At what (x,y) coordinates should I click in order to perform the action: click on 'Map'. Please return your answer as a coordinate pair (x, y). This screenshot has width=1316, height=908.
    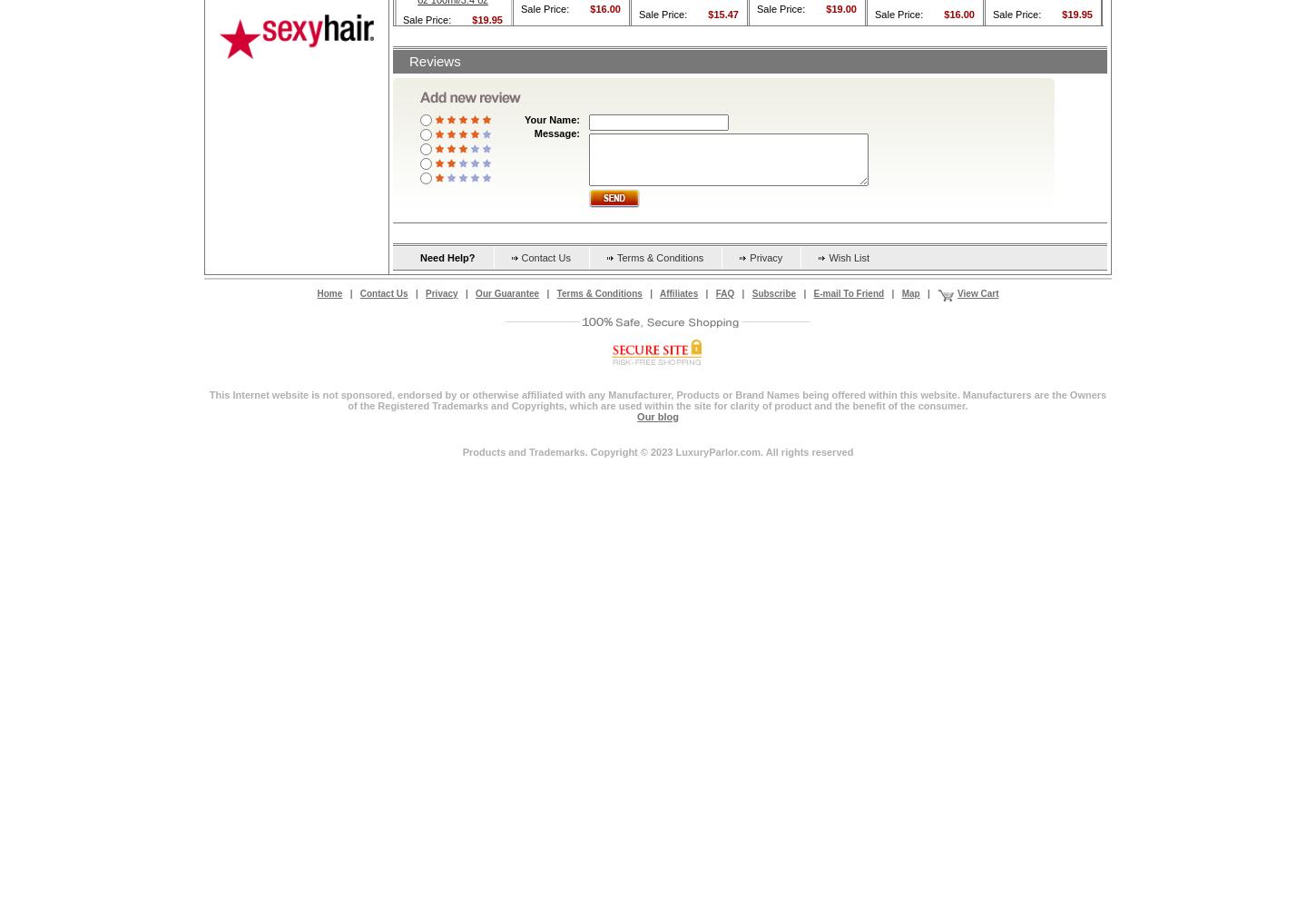
    Looking at the image, I should click on (909, 291).